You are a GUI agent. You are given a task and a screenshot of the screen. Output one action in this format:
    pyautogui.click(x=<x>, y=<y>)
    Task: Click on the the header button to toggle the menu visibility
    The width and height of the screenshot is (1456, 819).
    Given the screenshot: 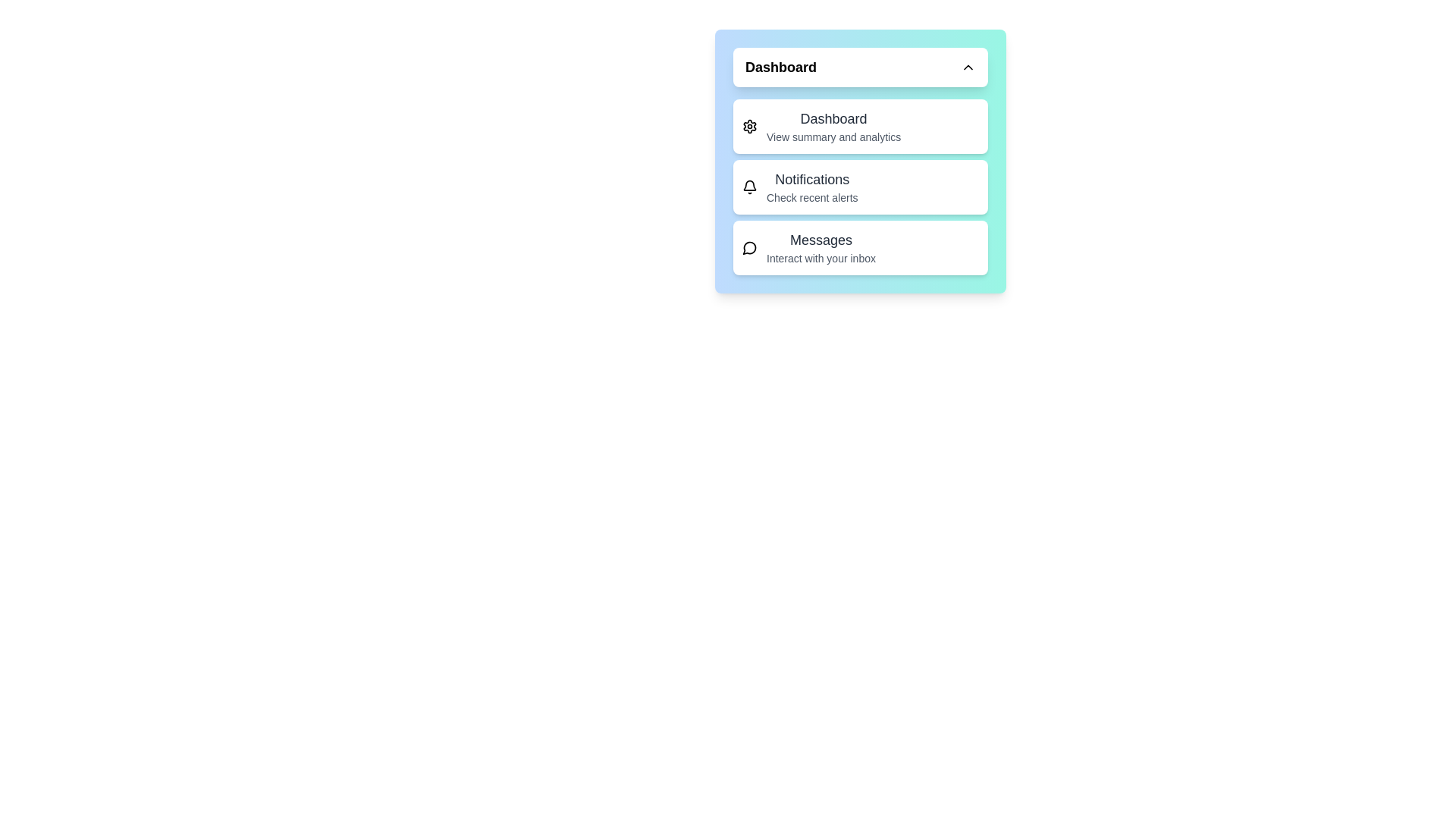 What is the action you would take?
    pyautogui.click(x=860, y=66)
    